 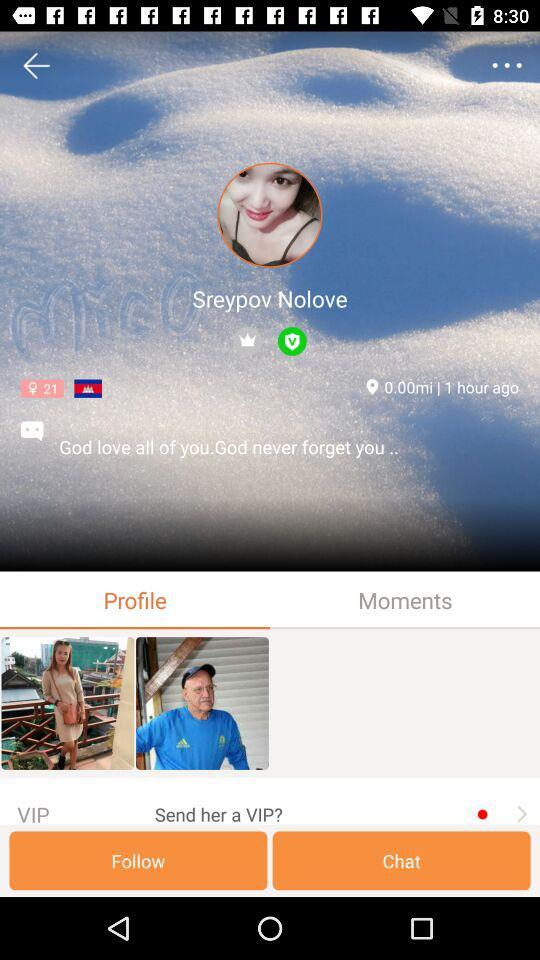 I want to click on the avatar icon, so click(x=270, y=215).